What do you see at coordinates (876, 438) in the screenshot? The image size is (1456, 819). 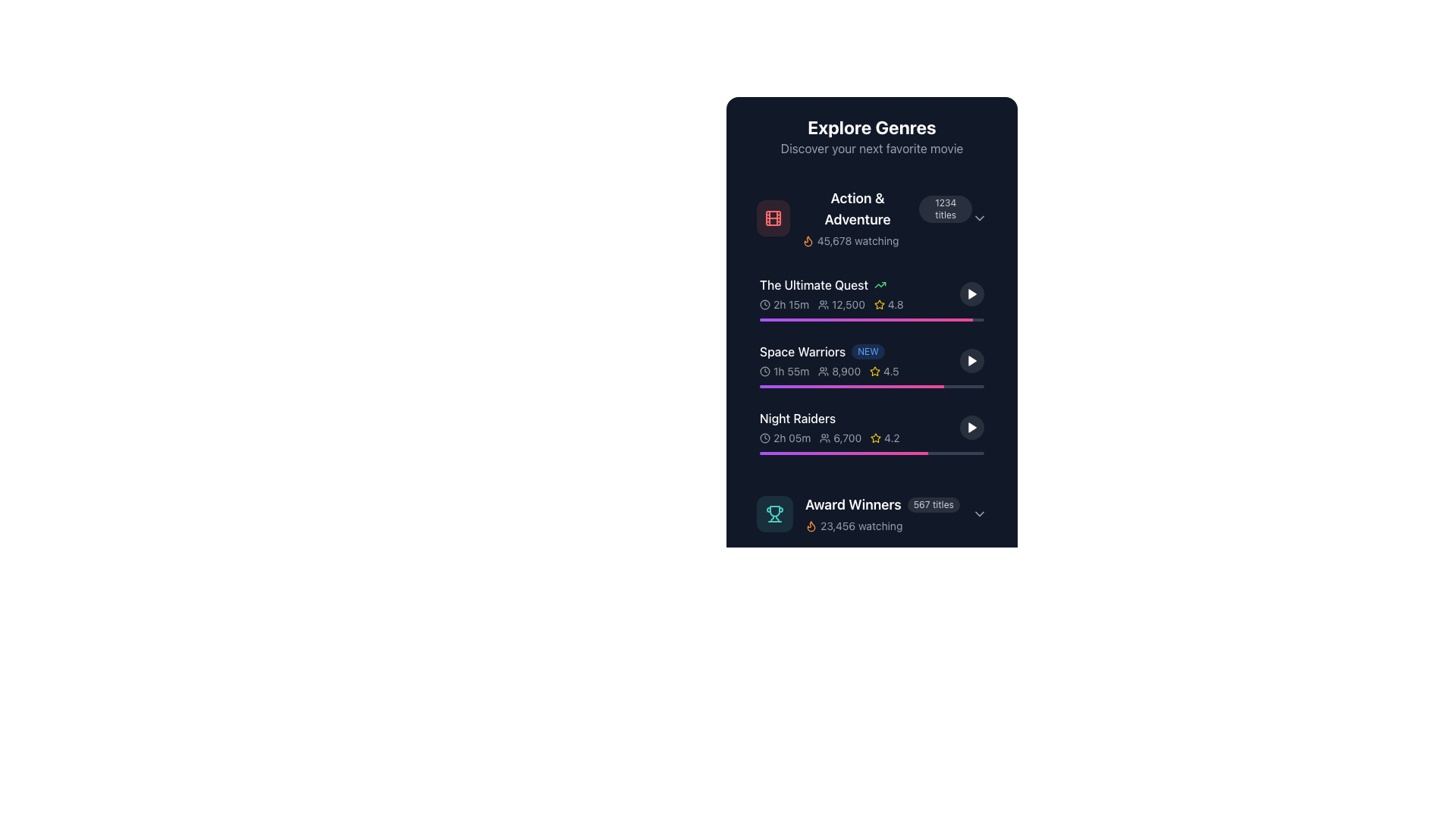 I see `the yellow star icon indicating a rating next to the value '4.2' for the 'Night Raiders' entry` at bounding box center [876, 438].